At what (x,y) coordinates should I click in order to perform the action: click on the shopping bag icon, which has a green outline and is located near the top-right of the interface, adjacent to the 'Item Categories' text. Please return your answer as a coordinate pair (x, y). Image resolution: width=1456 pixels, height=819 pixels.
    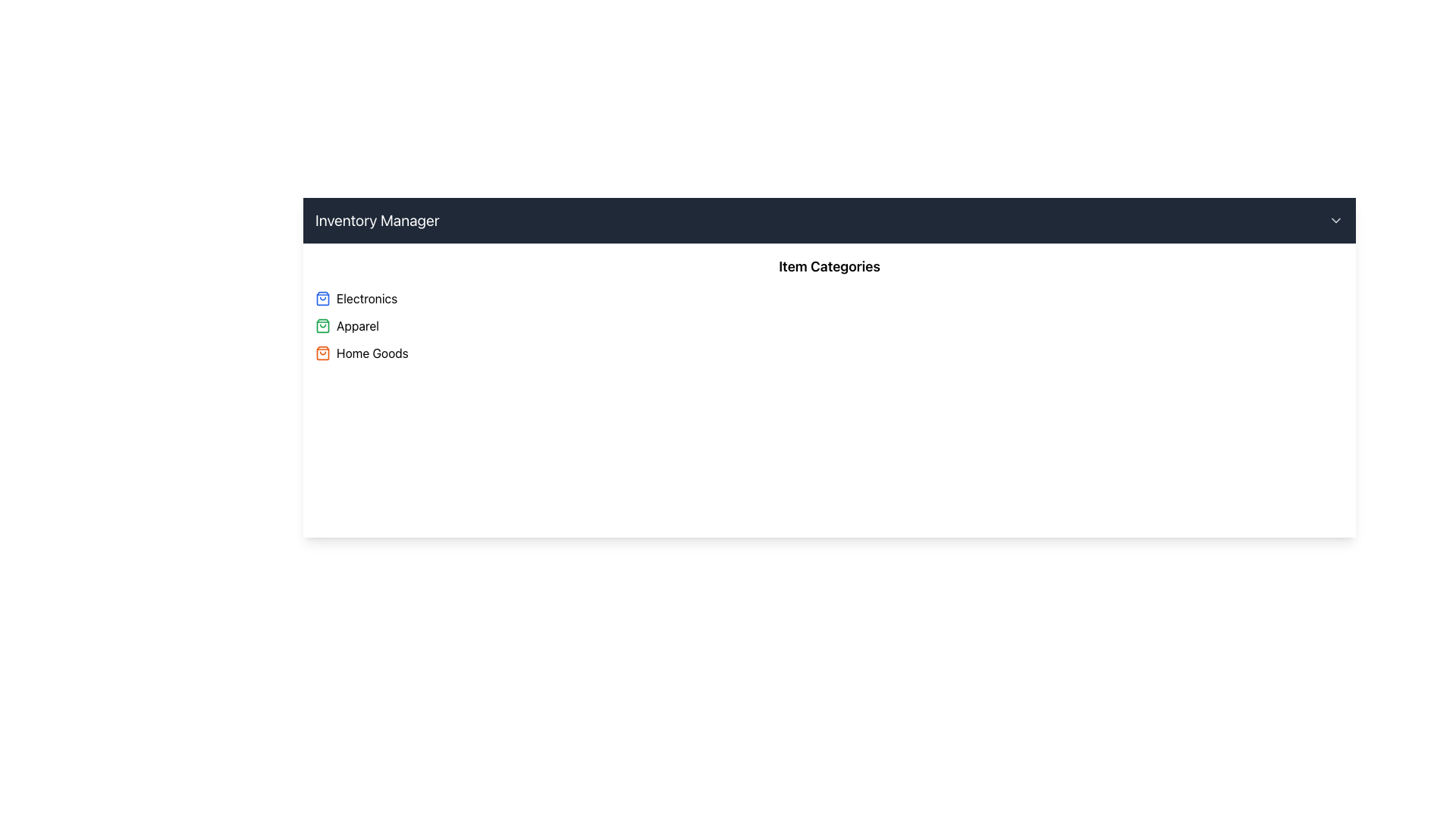
    Looking at the image, I should click on (322, 325).